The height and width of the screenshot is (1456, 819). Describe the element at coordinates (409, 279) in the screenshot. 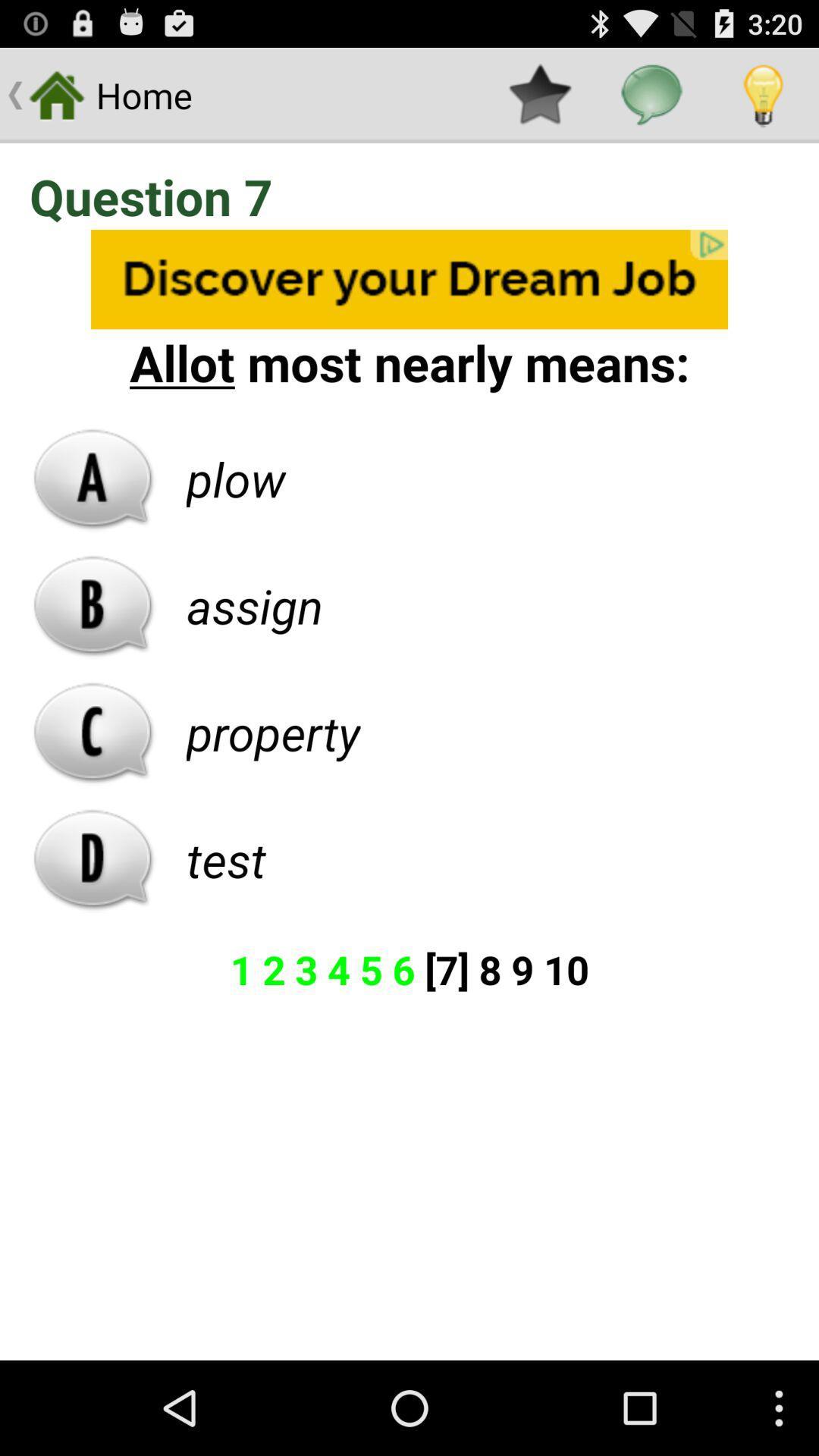

I see `top advertisement` at that location.